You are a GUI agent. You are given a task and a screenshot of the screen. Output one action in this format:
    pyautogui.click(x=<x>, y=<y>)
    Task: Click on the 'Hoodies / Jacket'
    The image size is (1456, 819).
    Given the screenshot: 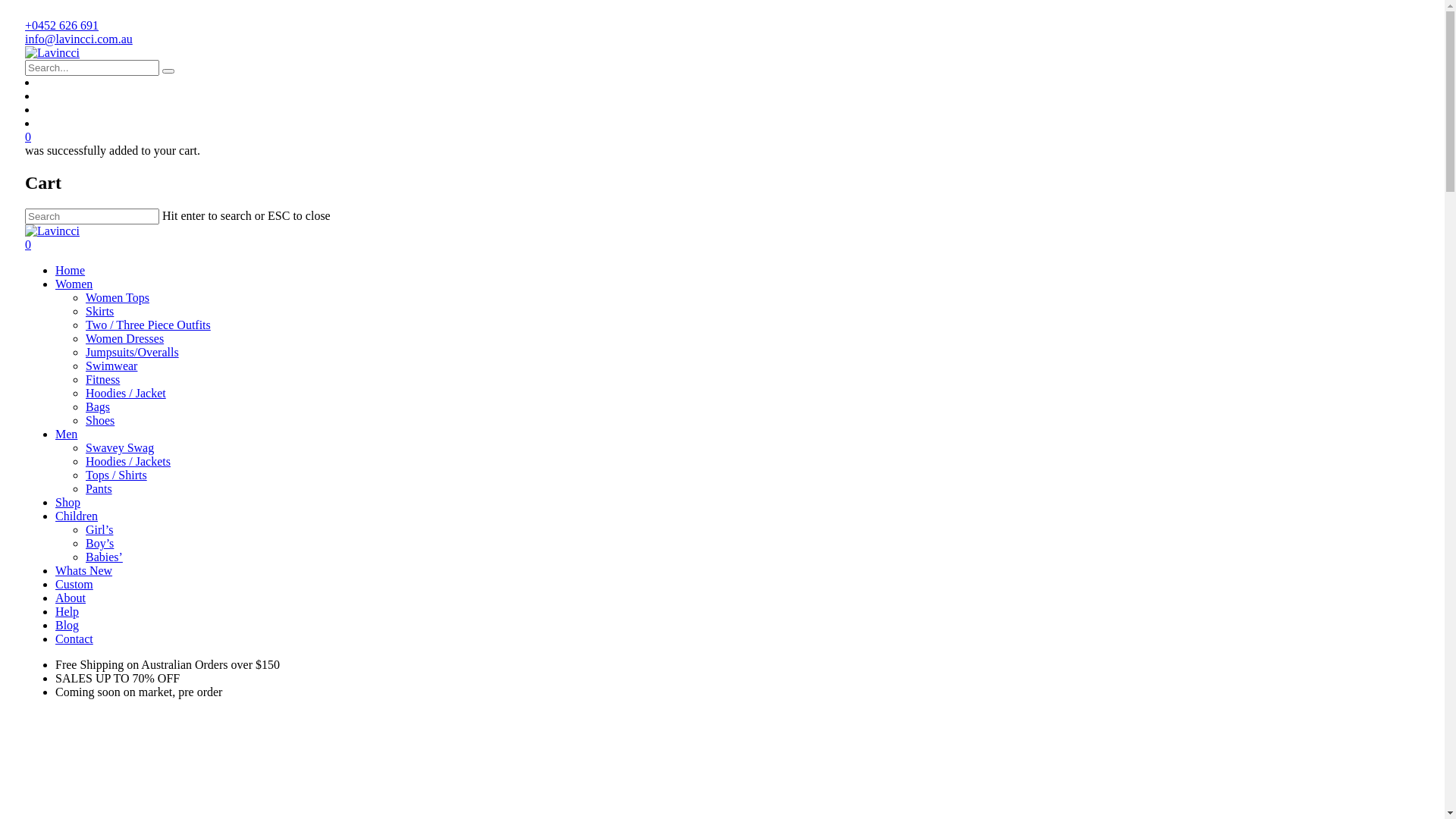 What is the action you would take?
    pyautogui.click(x=126, y=392)
    